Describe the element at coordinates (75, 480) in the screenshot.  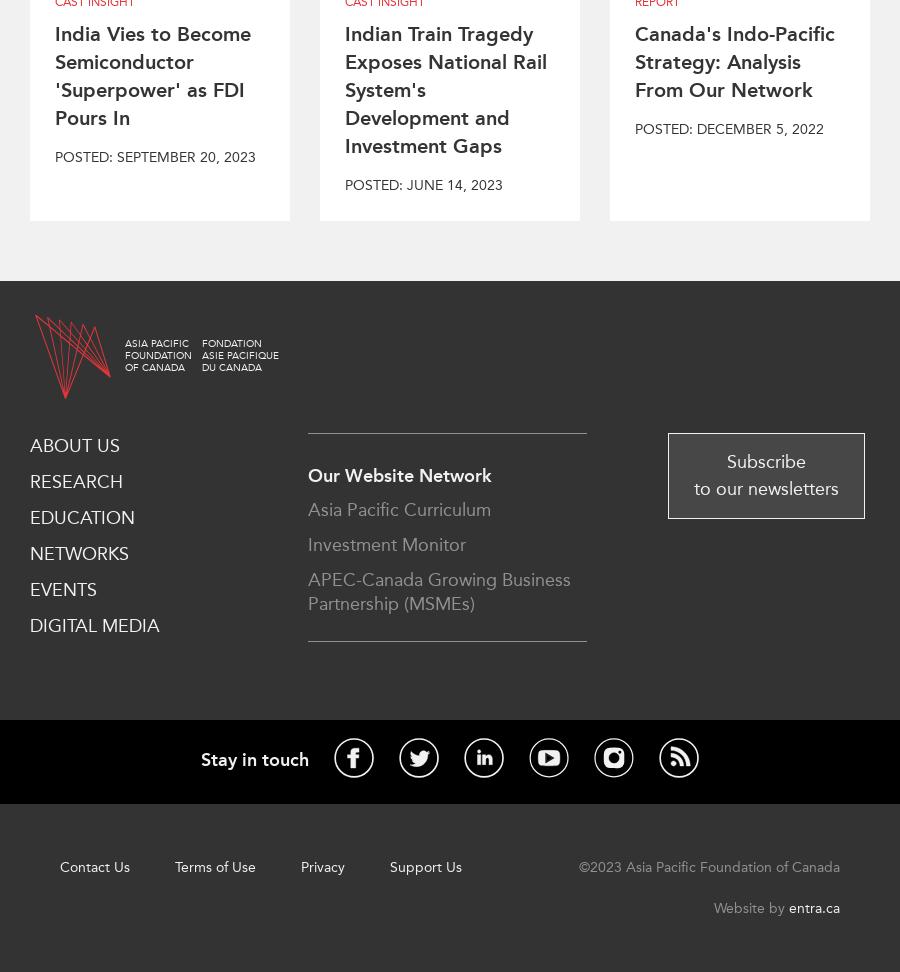
I see `'Research'` at that location.